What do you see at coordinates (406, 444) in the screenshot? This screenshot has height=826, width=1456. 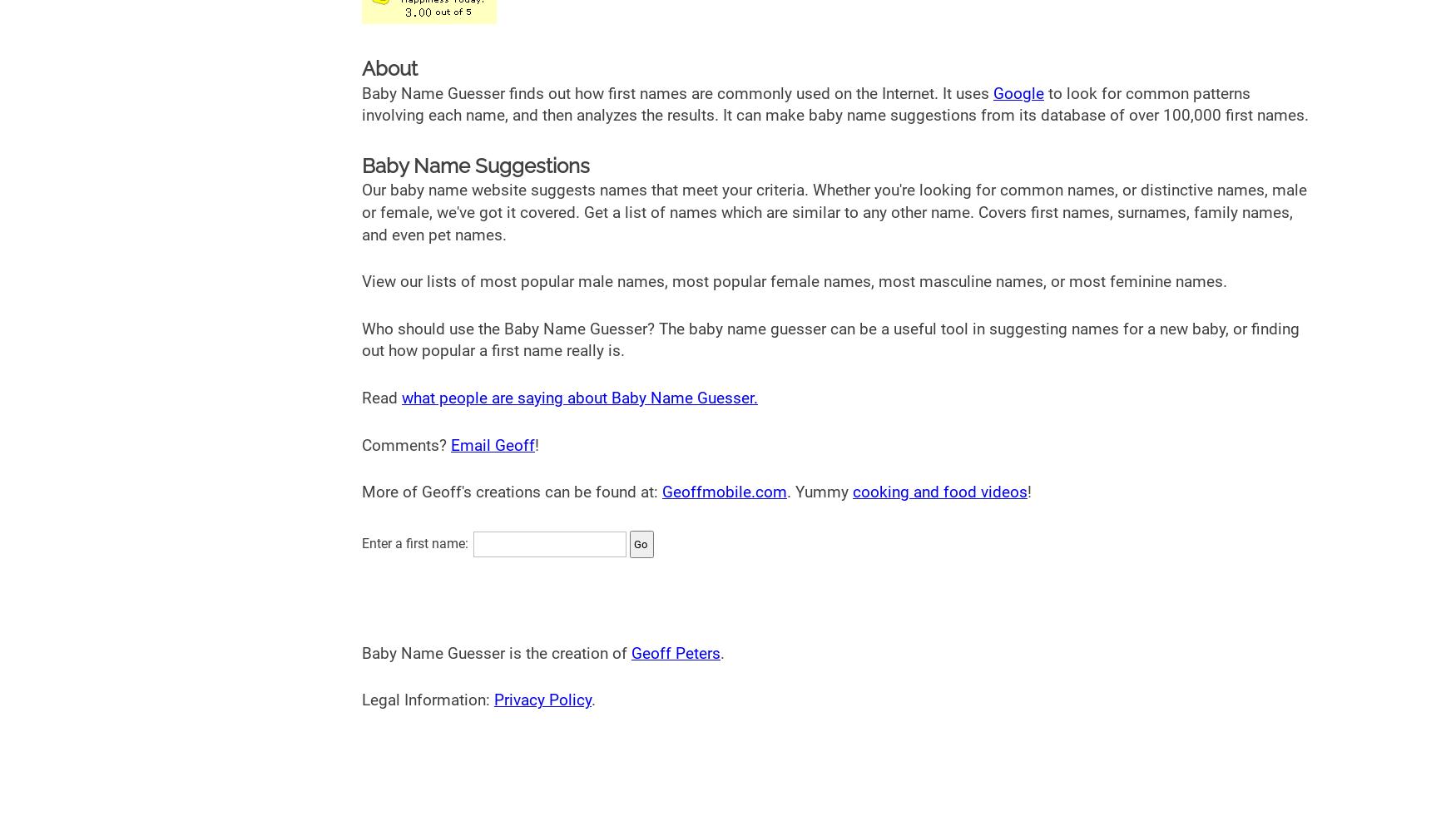 I see `'Comments?'` at bounding box center [406, 444].